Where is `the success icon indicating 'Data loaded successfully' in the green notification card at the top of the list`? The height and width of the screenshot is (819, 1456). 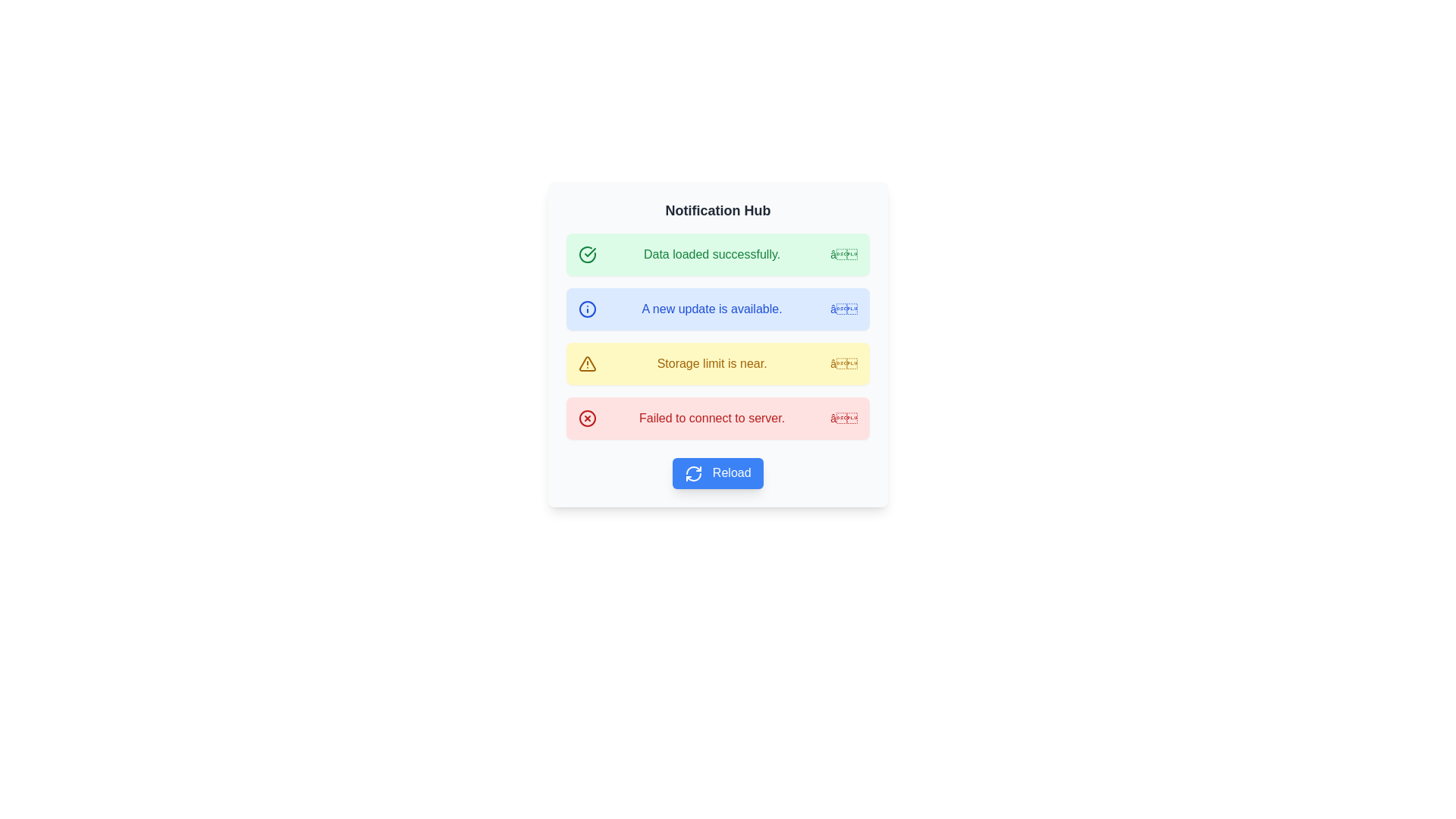 the success icon indicating 'Data loaded successfully' in the green notification card at the top of the list is located at coordinates (586, 253).